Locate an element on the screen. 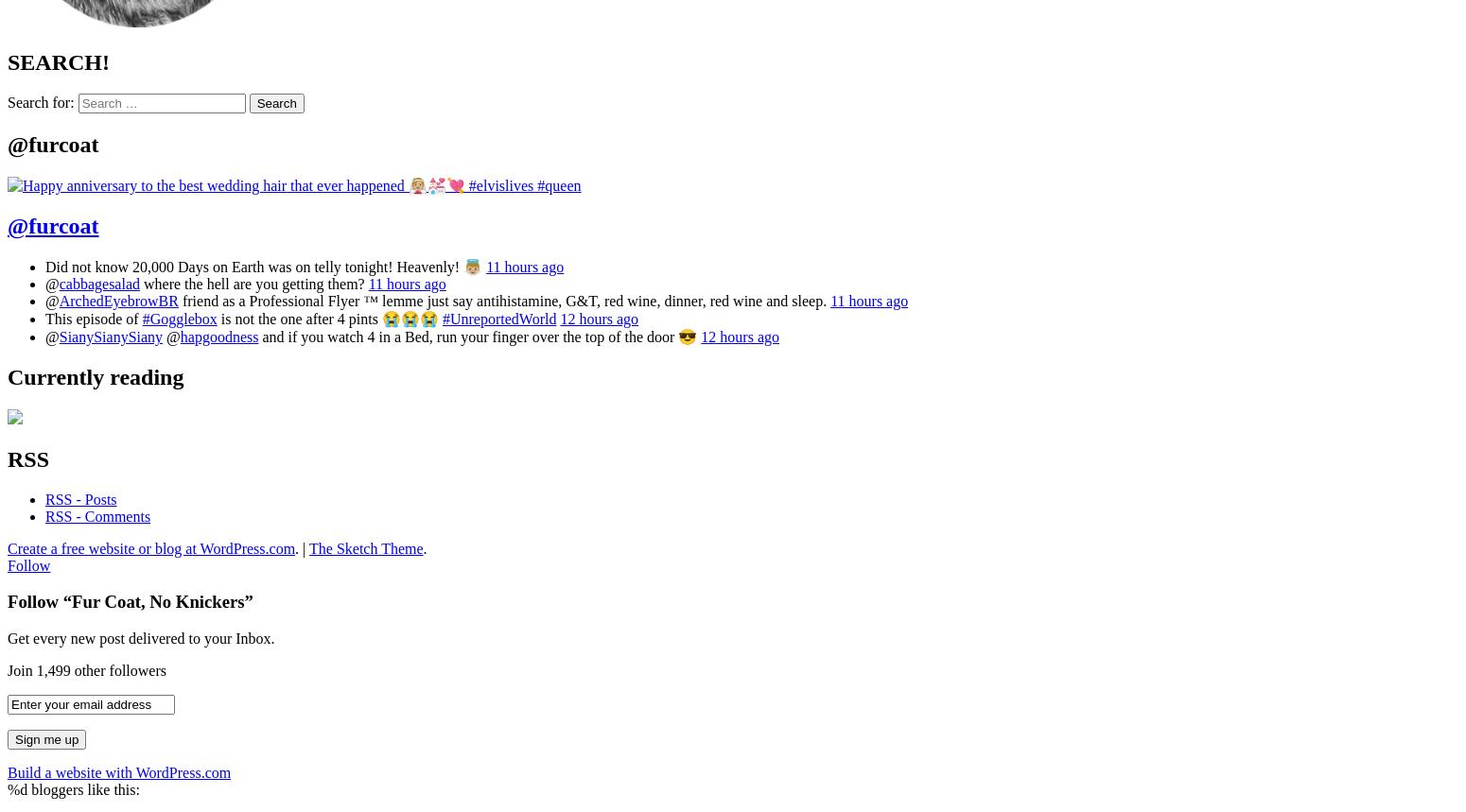  'RSS - Comments' is located at coordinates (97, 514).